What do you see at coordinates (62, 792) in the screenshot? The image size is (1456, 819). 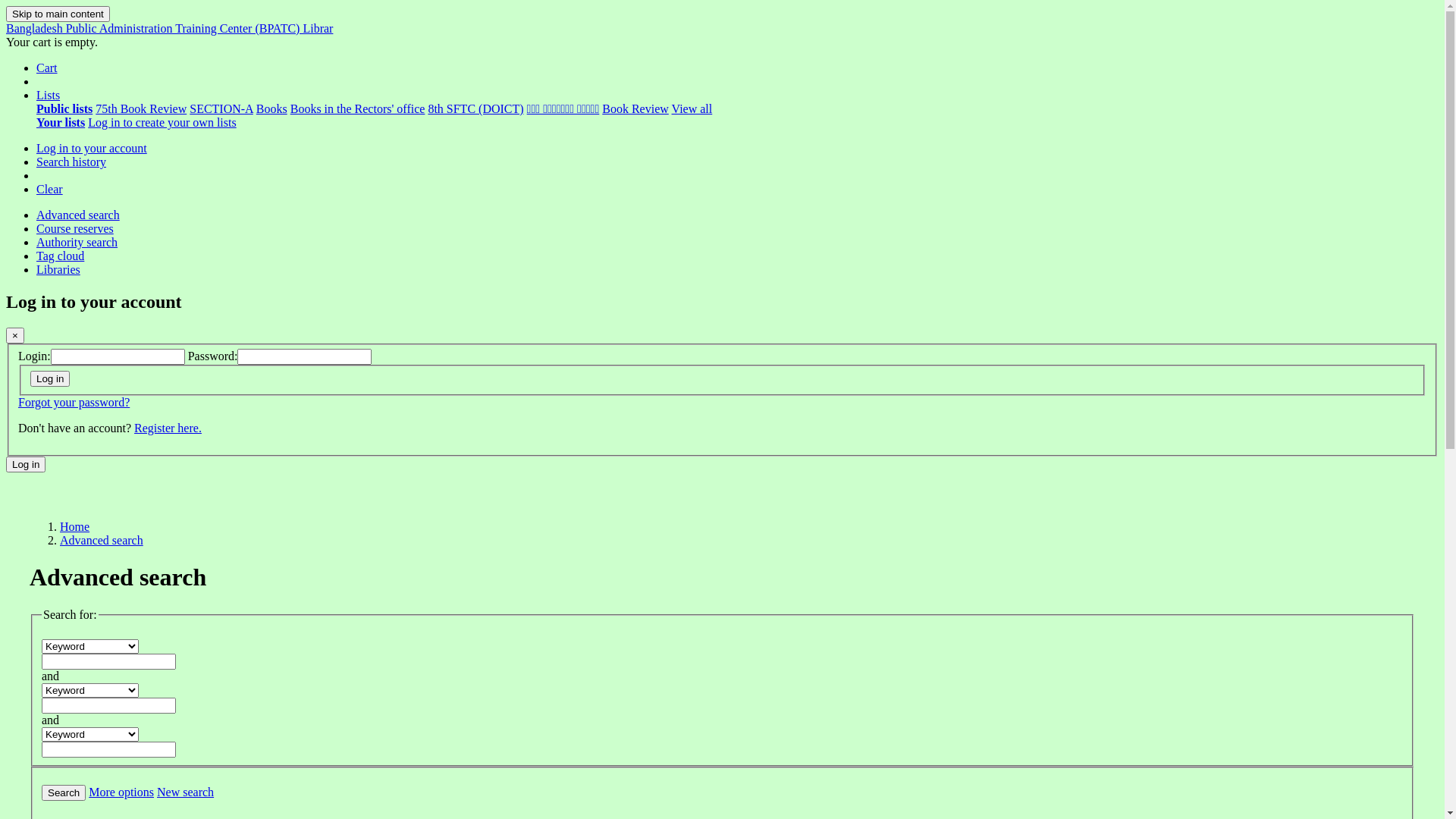 I see `'Search'` at bounding box center [62, 792].